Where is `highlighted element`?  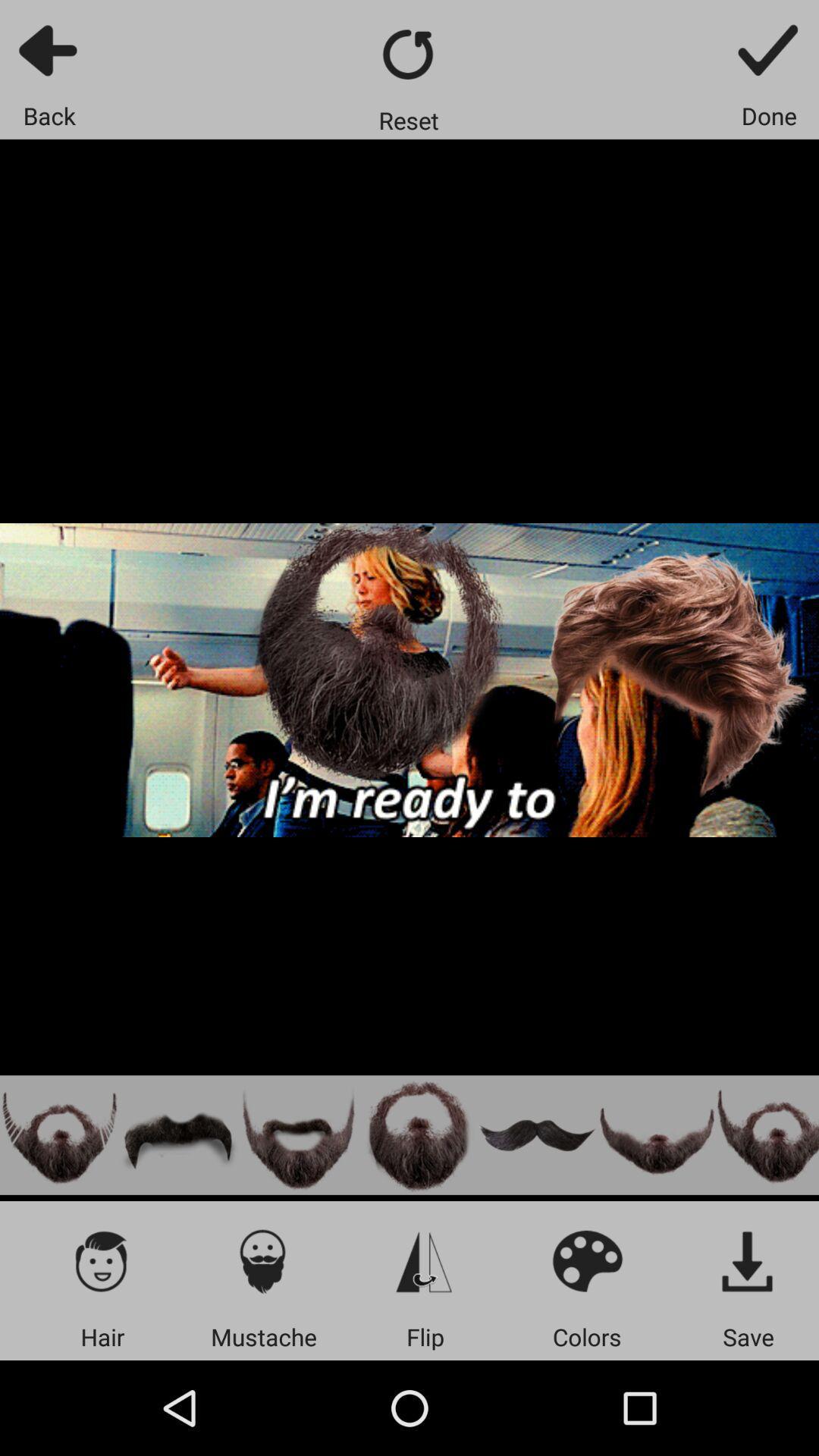 highlighted element is located at coordinates (58, 1135).